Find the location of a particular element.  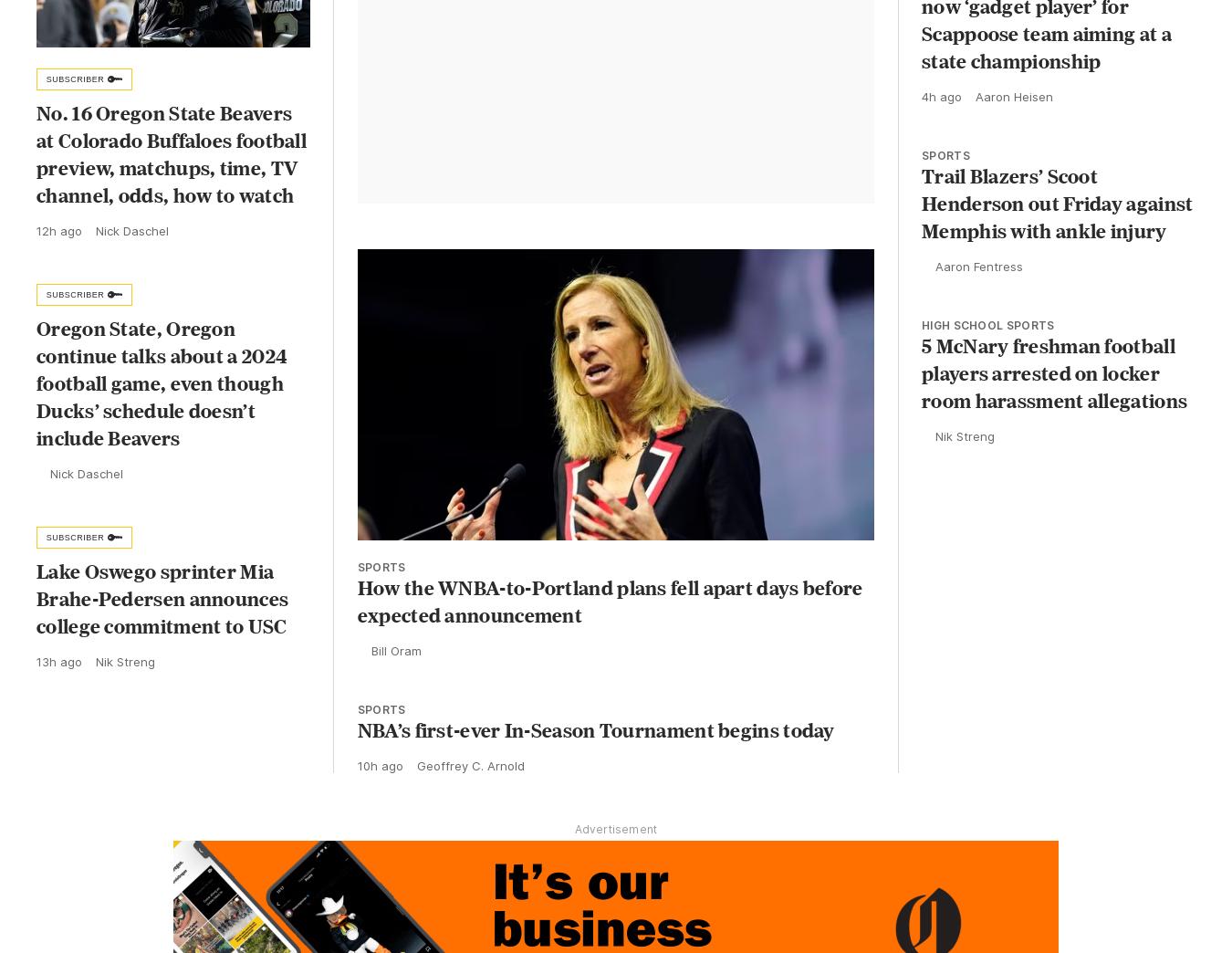

'Trail Blazers’ Scoot Henderson out Friday against Memphis with ankle injury' is located at coordinates (920, 206).